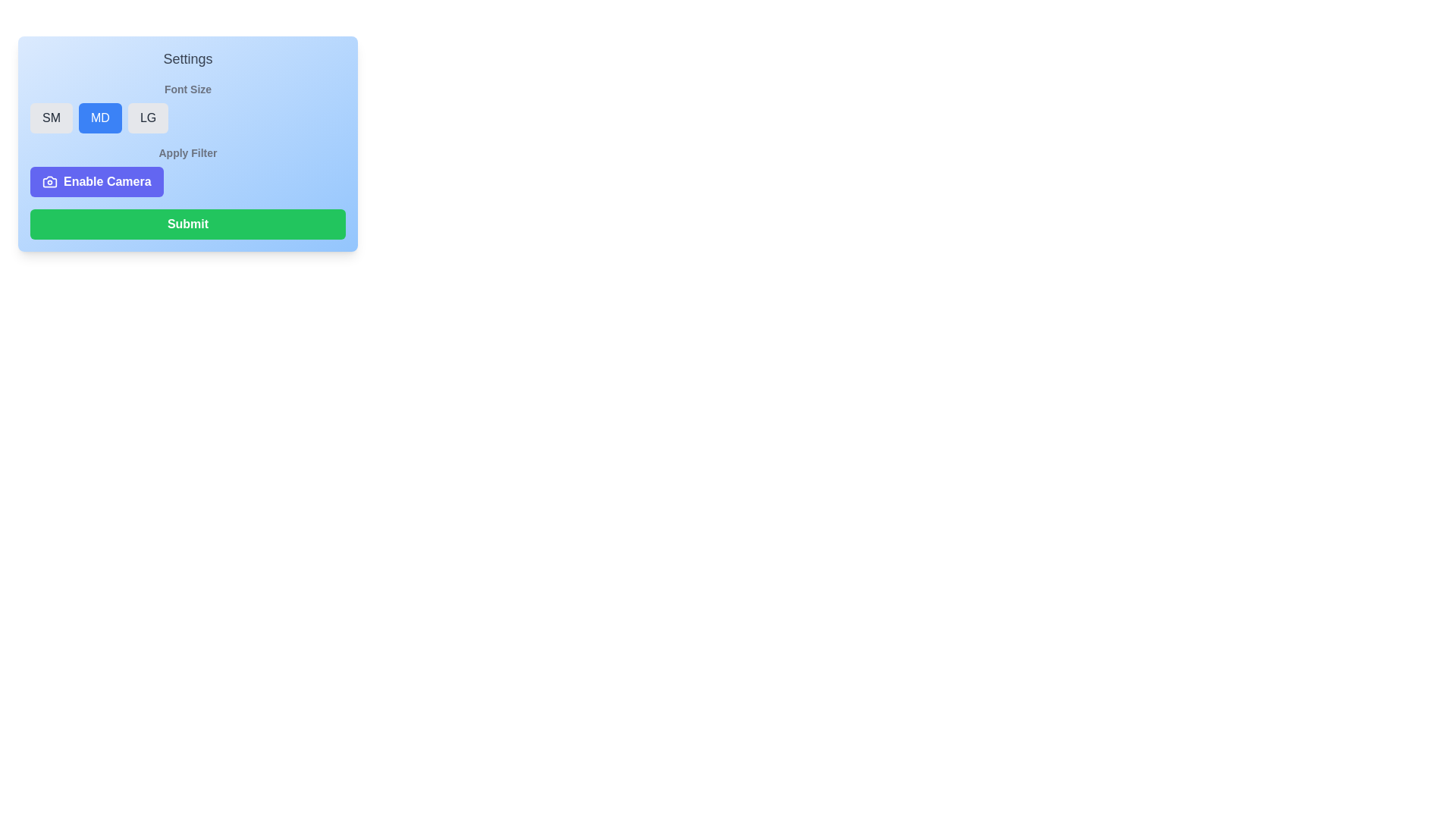 The width and height of the screenshot is (1456, 819). I want to click on the minimalistic blue outlined camera icon located inside the 'Enable Camera' button, positioned to the left of the text, so click(50, 180).